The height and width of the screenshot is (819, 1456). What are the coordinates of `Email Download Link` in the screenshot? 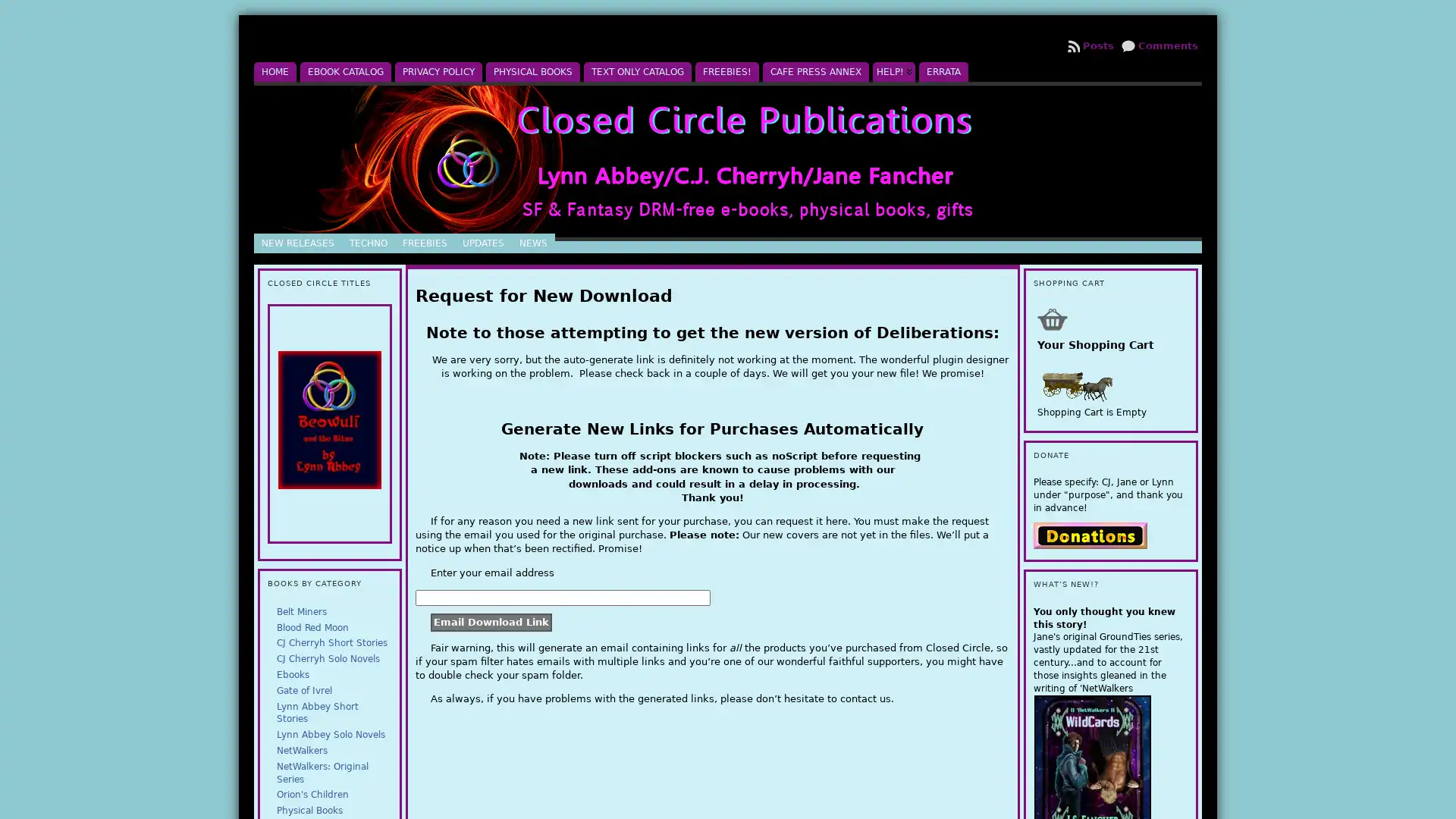 It's located at (491, 622).